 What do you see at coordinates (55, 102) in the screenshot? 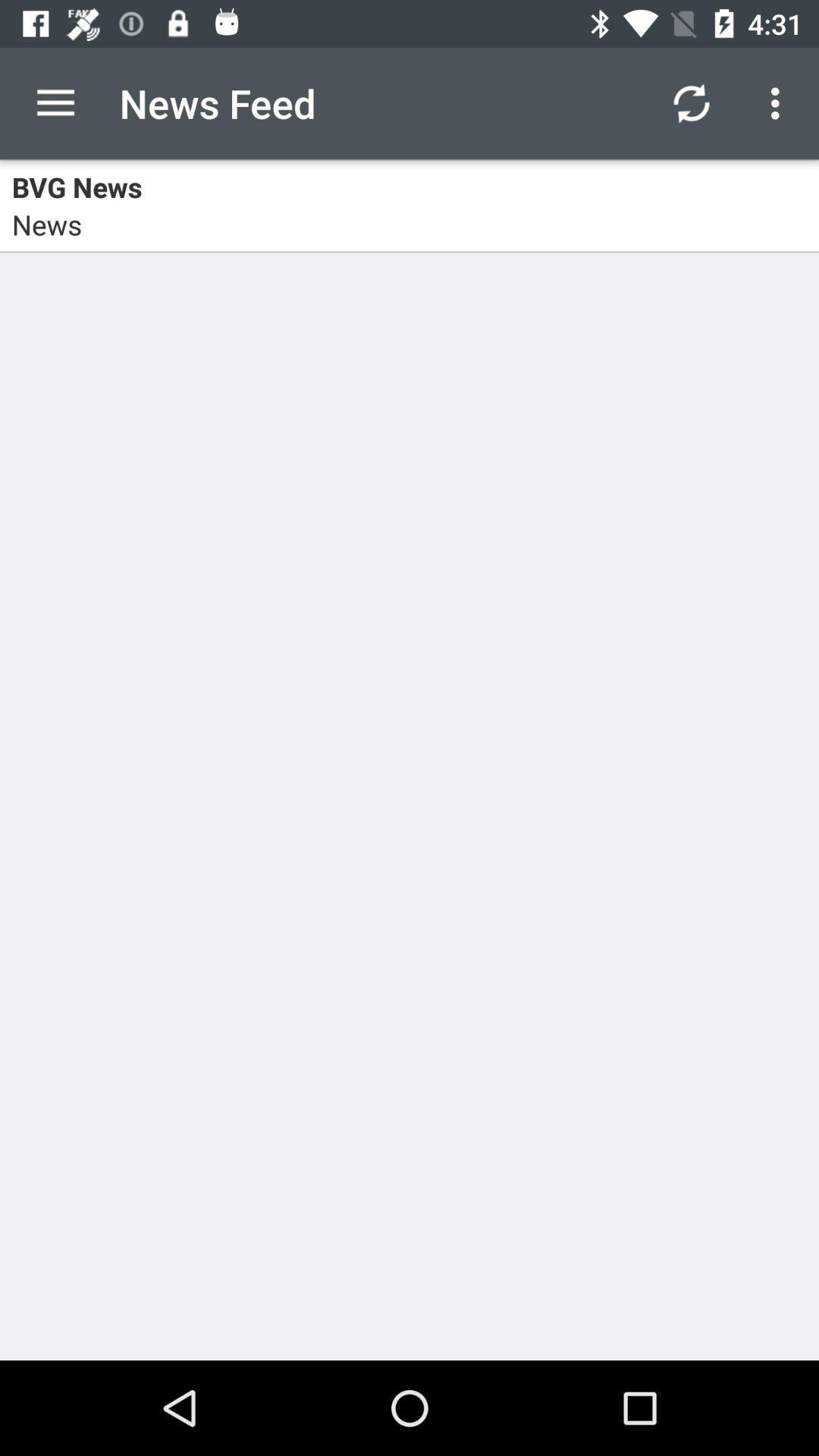
I see `item to the left of the news feed` at bounding box center [55, 102].